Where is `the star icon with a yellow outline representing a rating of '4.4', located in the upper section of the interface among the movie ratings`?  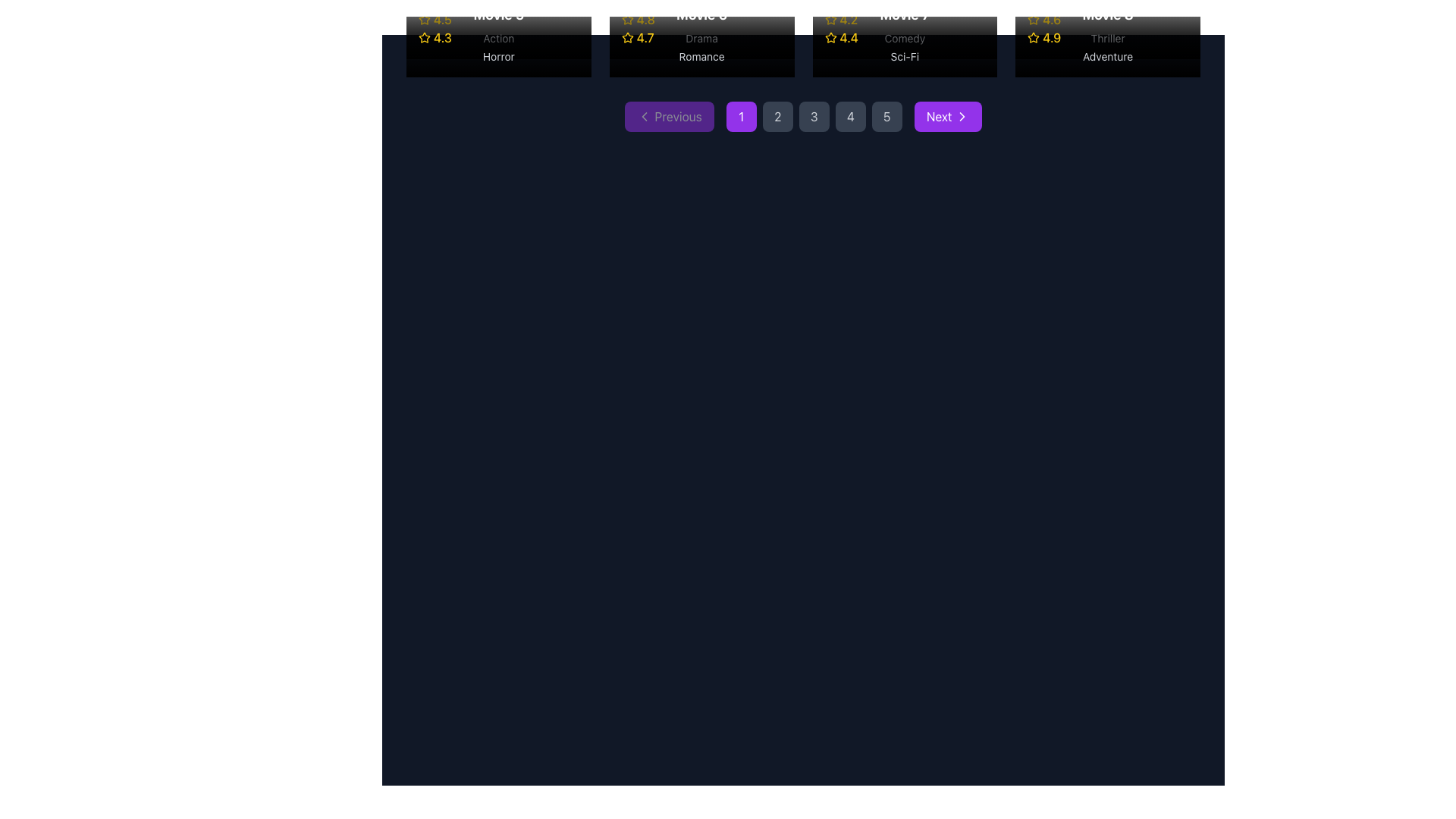
the star icon with a yellow outline representing a rating of '4.4', located in the upper section of the interface among the movie ratings is located at coordinates (830, 37).